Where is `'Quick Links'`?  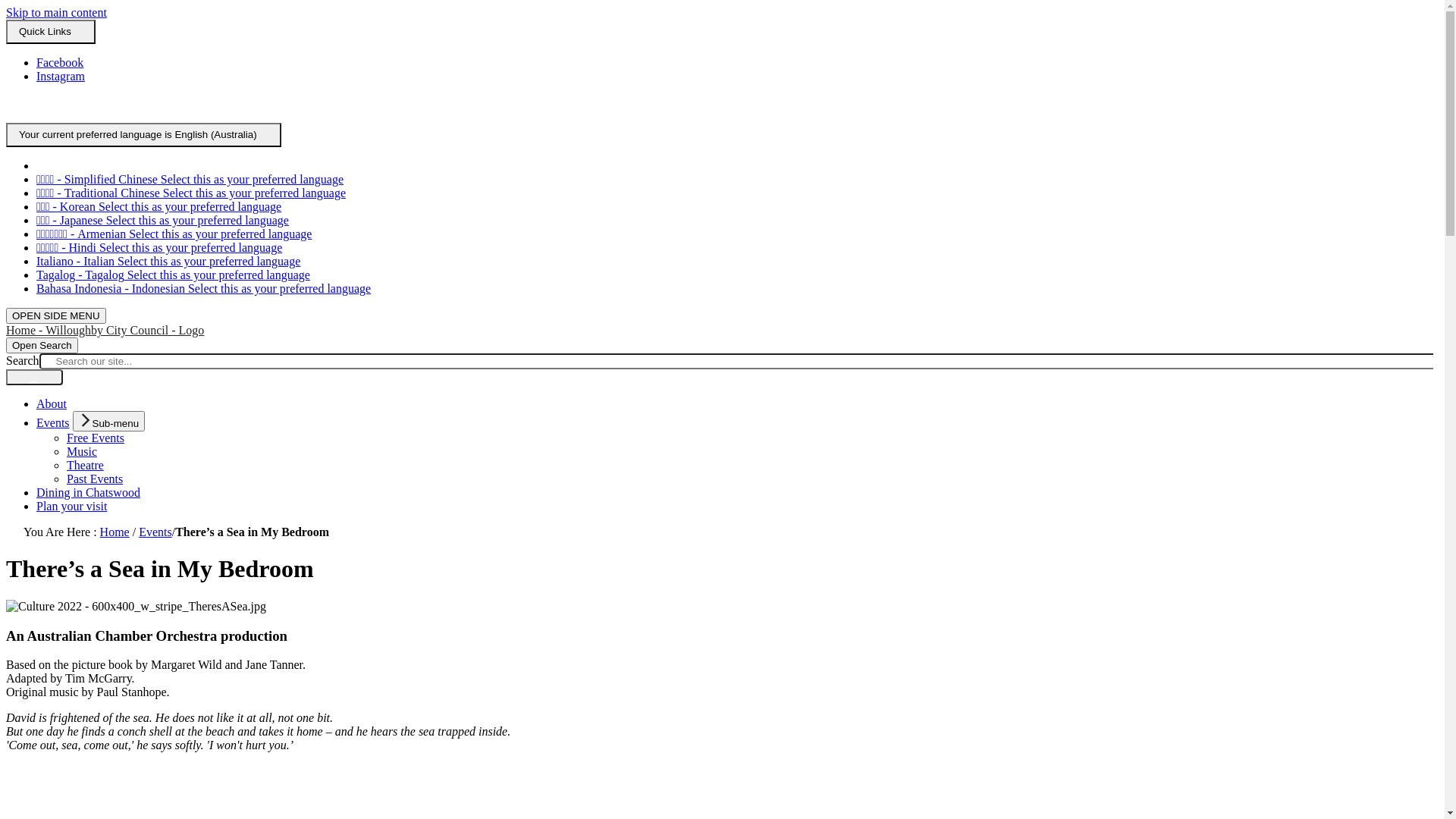
'Quick Links' is located at coordinates (51, 32).